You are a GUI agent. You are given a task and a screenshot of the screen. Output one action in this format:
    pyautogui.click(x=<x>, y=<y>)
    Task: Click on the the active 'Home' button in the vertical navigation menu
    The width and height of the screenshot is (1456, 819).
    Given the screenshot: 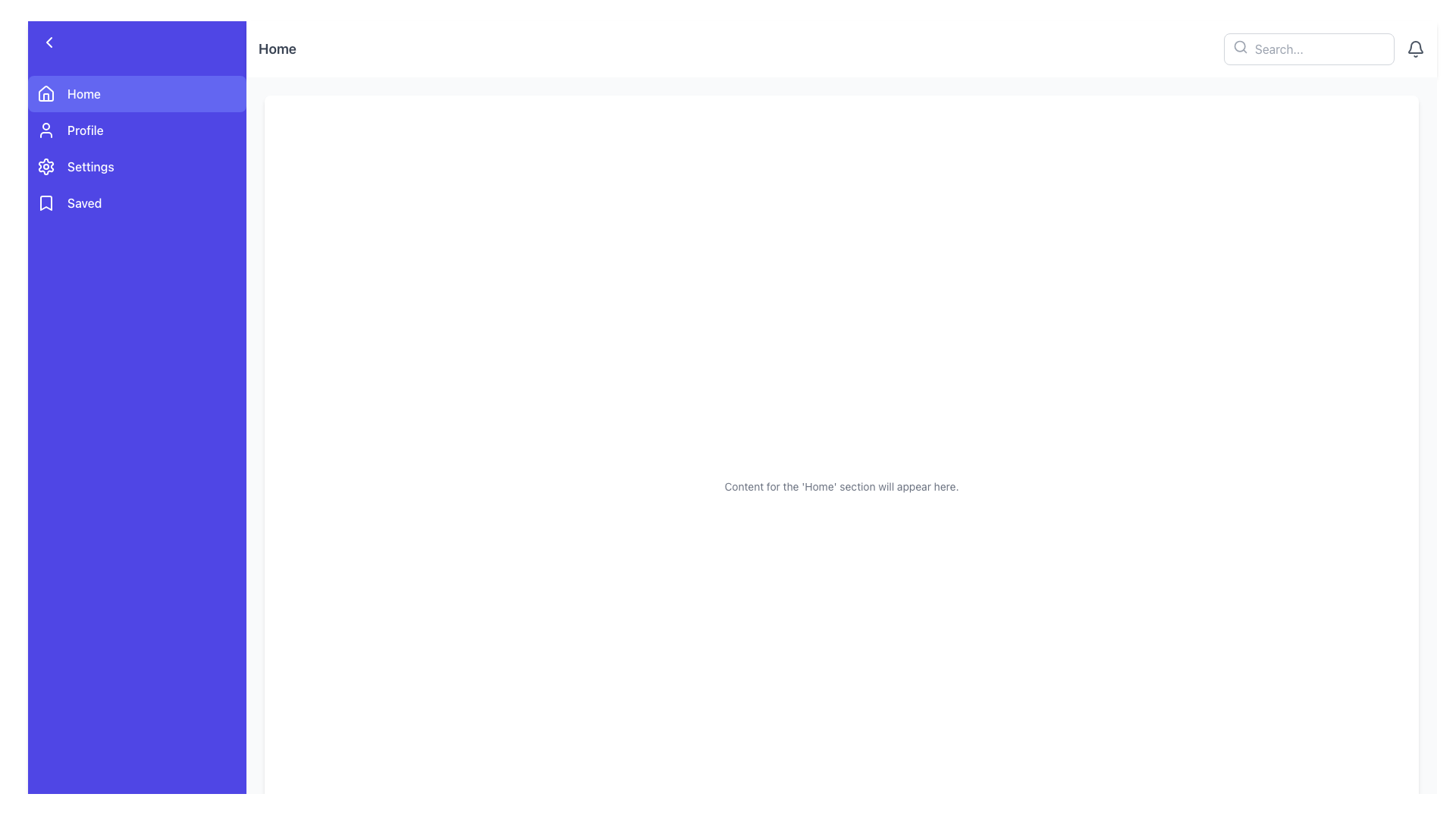 What is the action you would take?
    pyautogui.click(x=137, y=93)
    